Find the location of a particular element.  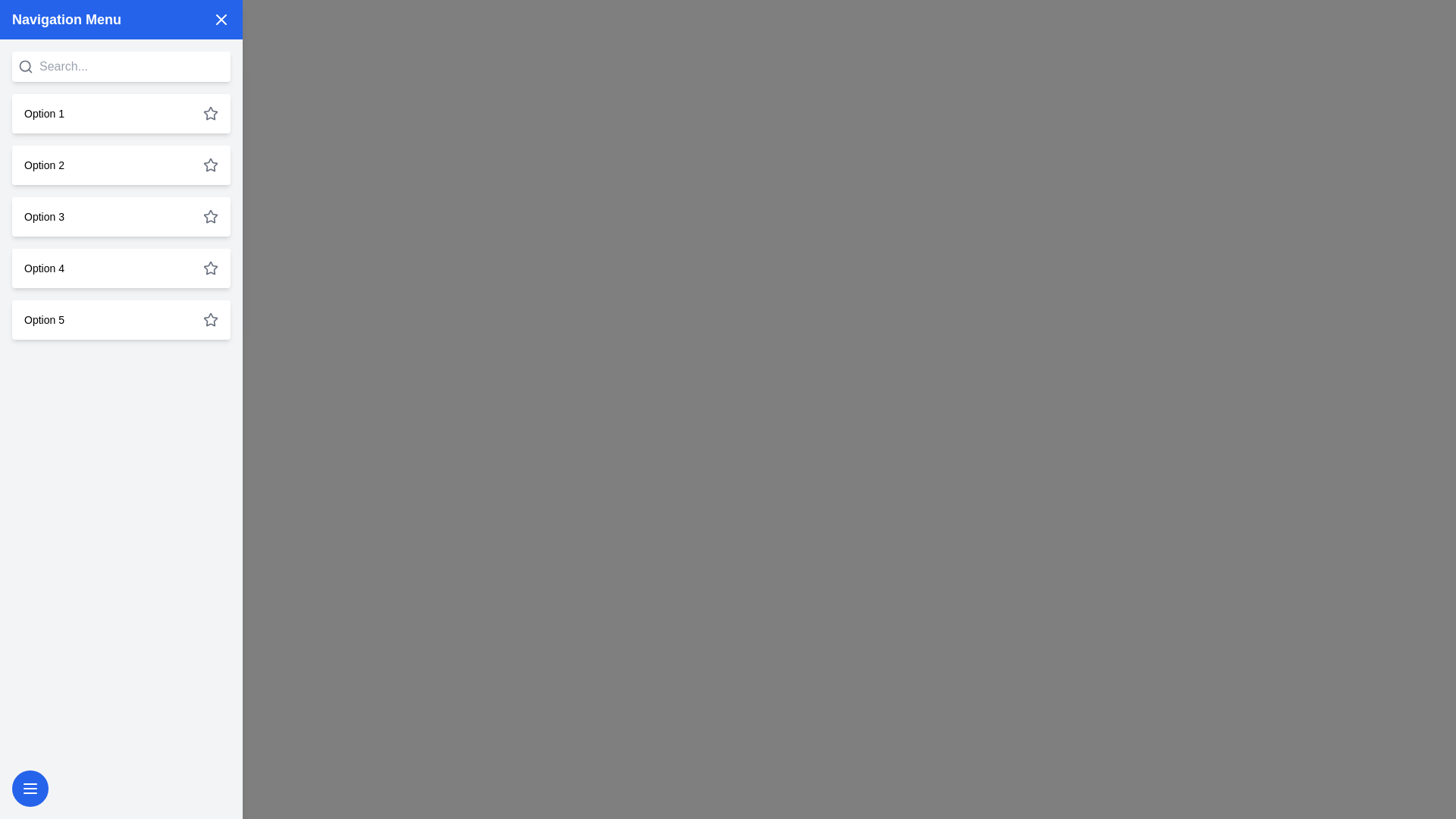

the fourth item in the vertically arranged list of options within the sidebar menu is located at coordinates (120, 268).